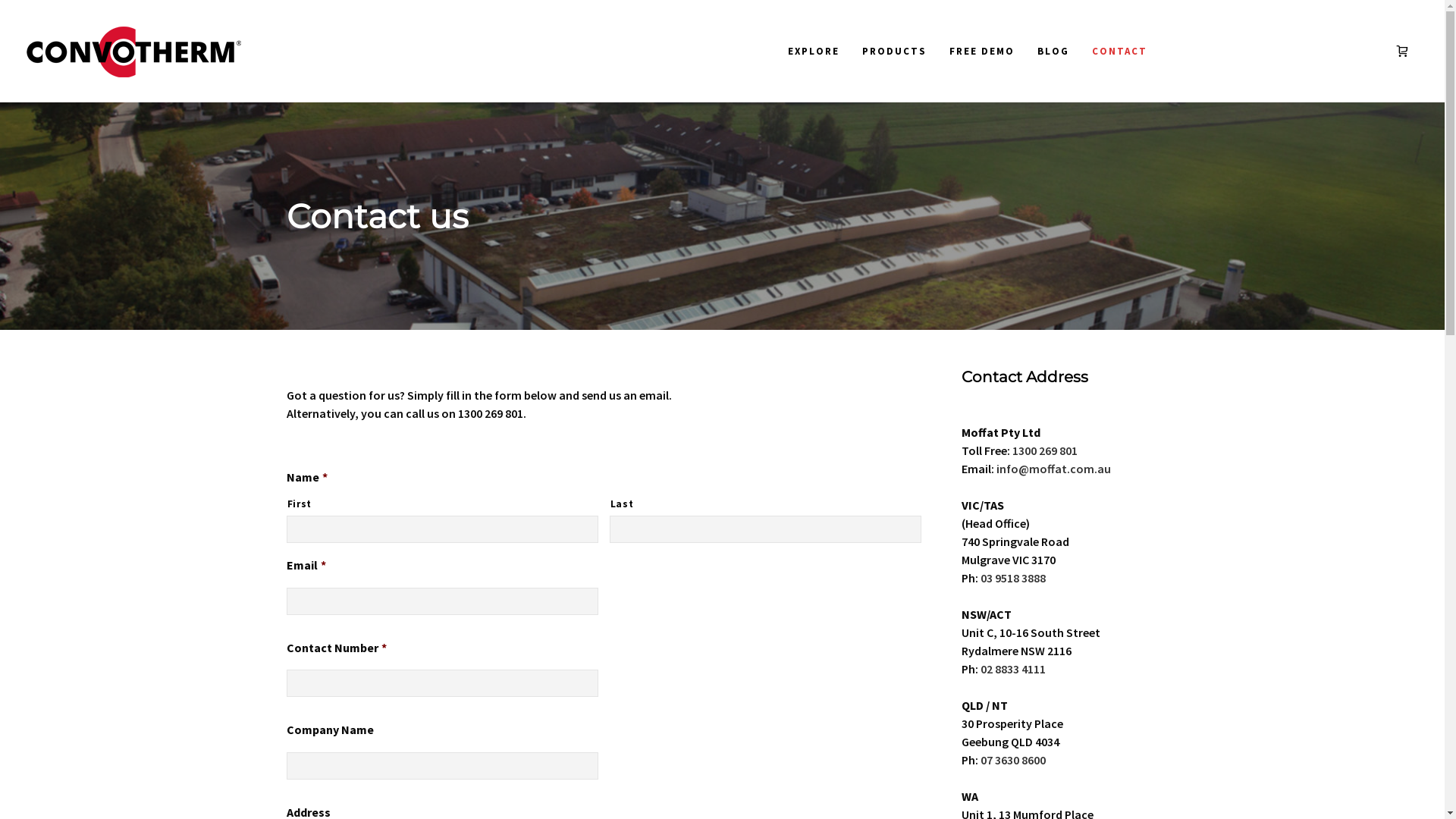 Image resolution: width=1456 pixels, height=819 pixels. Describe the element at coordinates (1051, 50) in the screenshot. I see `'BLOG'` at that location.